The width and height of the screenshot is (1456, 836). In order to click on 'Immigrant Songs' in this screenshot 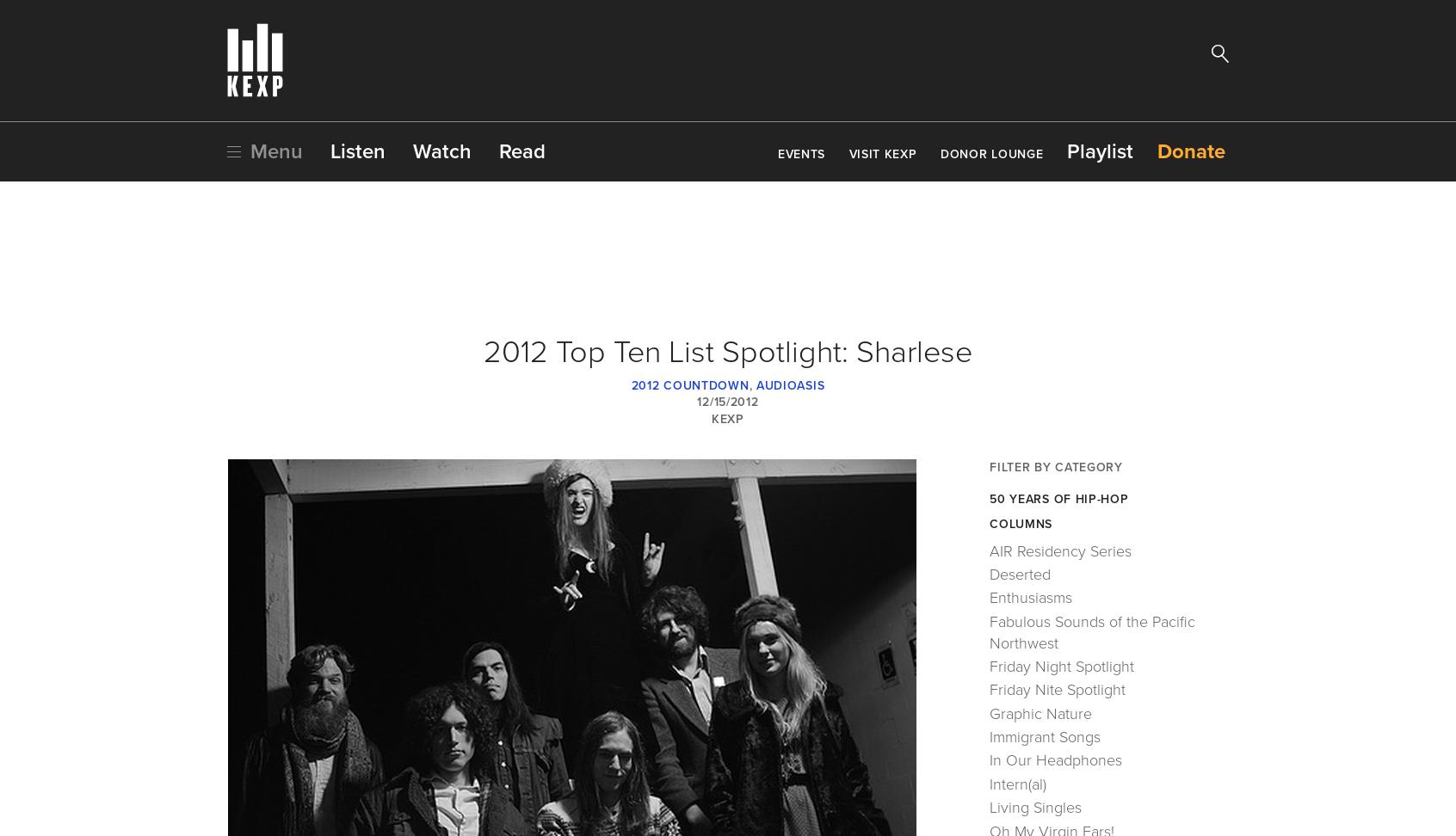, I will do `click(989, 737)`.